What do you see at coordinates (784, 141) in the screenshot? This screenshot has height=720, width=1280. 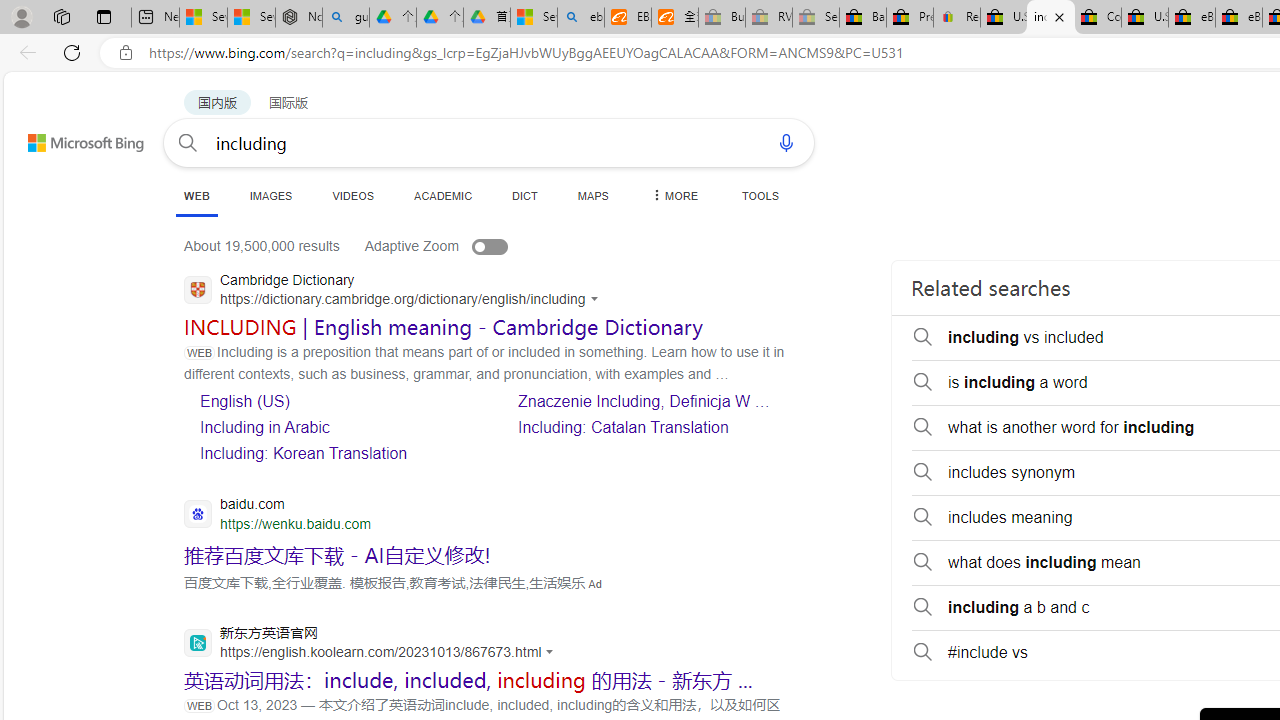 I see `'Search using voice'` at bounding box center [784, 141].